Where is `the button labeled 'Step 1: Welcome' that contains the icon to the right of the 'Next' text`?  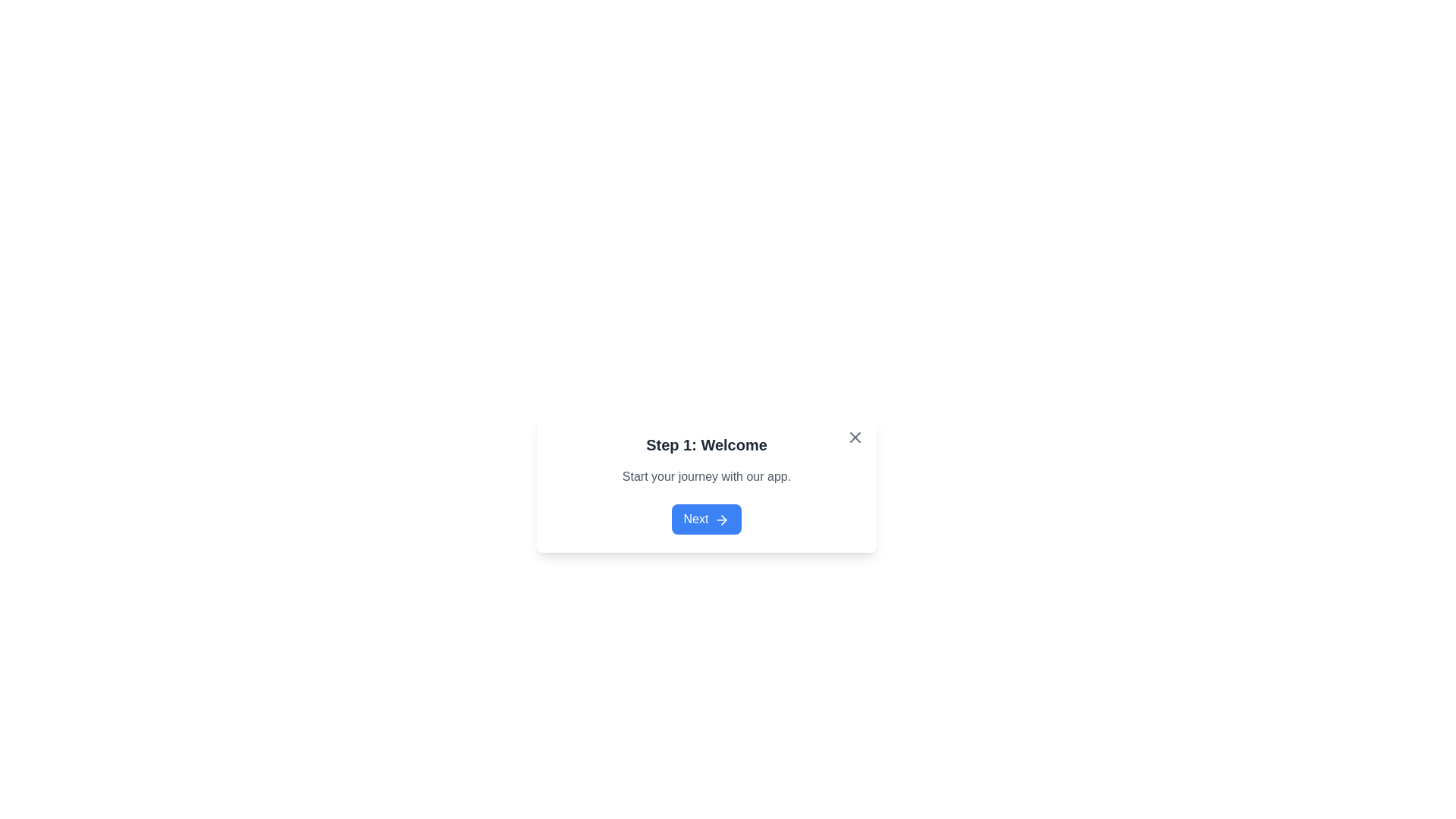
the button labeled 'Step 1: Welcome' that contains the icon to the right of the 'Next' text is located at coordinates (723, 519).